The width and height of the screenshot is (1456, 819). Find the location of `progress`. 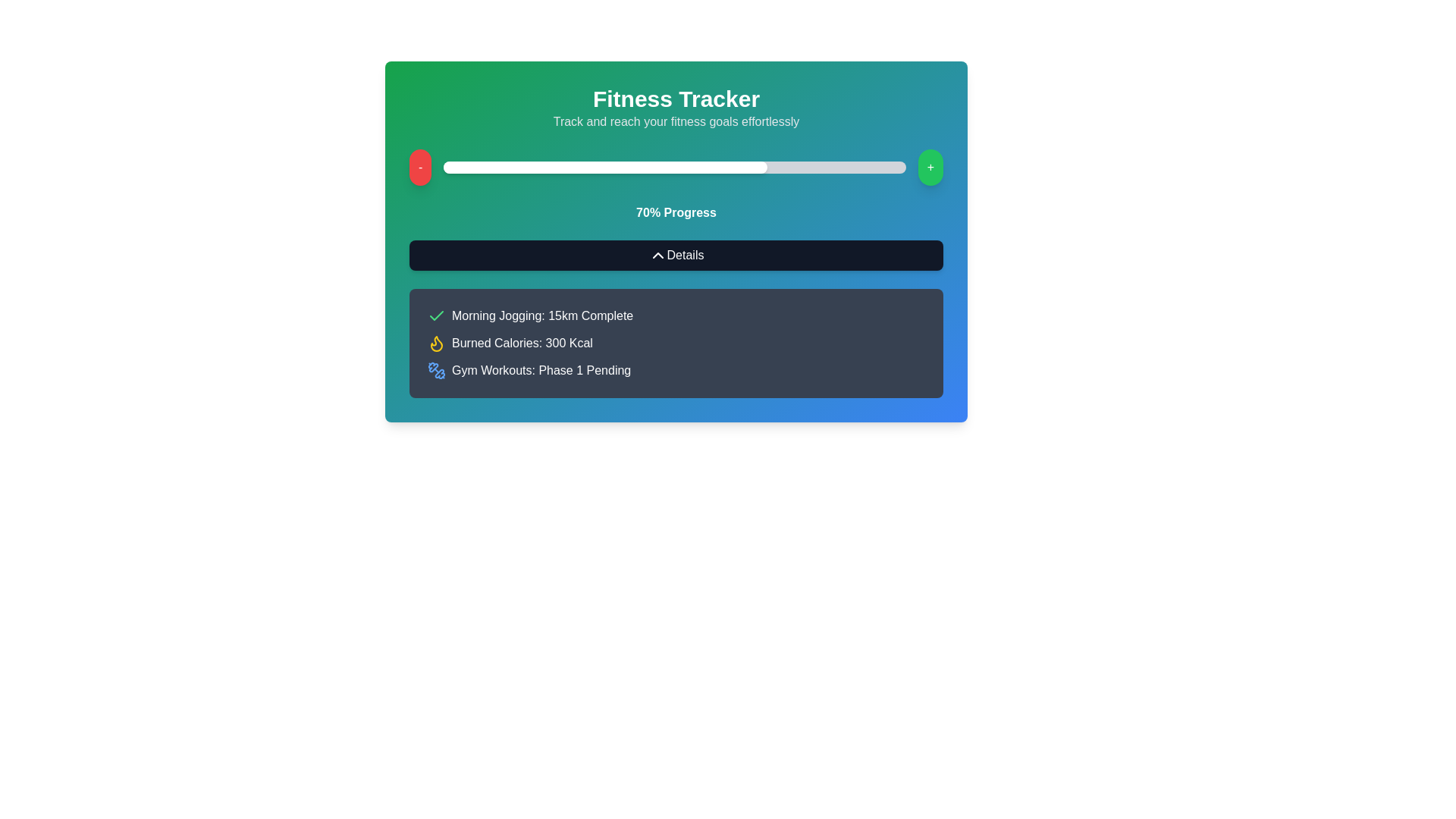

progress is located at coordinates (554, 167).